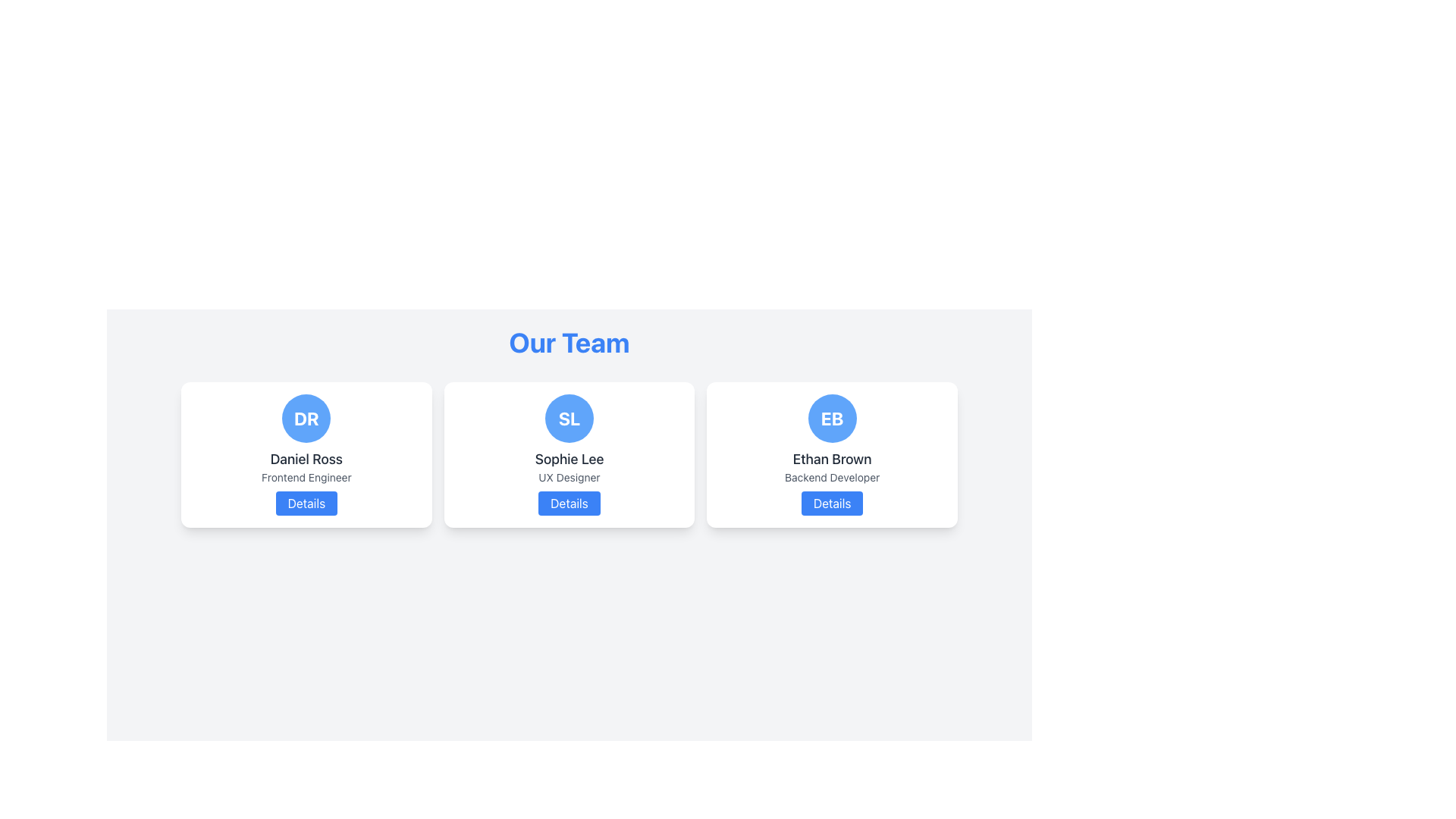 This screenshot has width=1456, height=819. Describe the element at coordinates (831, 476) in the screenshot. I see `the static text label reading 'Backend Developer', which is styled in gray and located below 'Ethan Brown' and above the 'Details' button` at that location.